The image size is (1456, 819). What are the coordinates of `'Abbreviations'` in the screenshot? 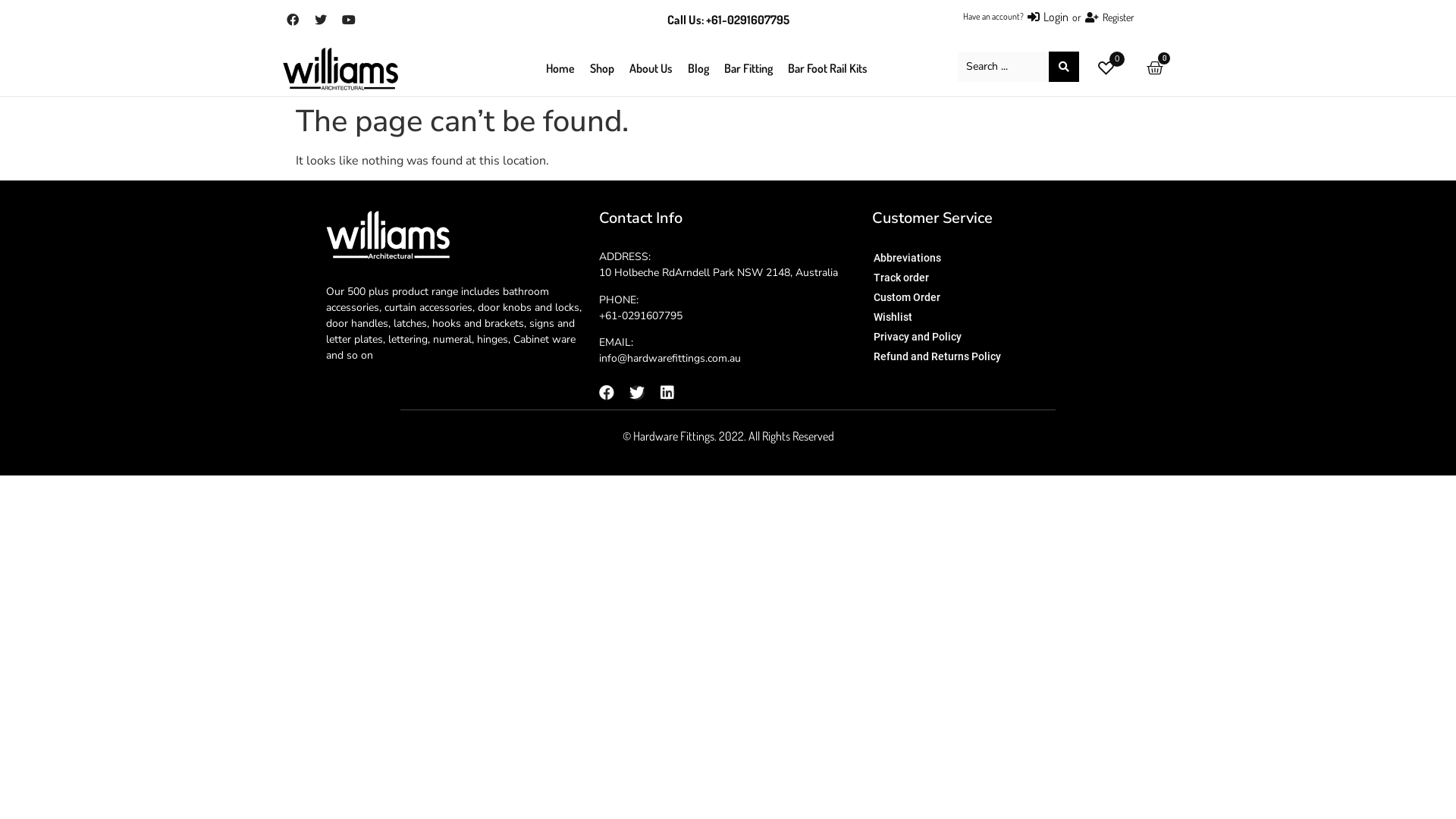 It's located at (966, 257).